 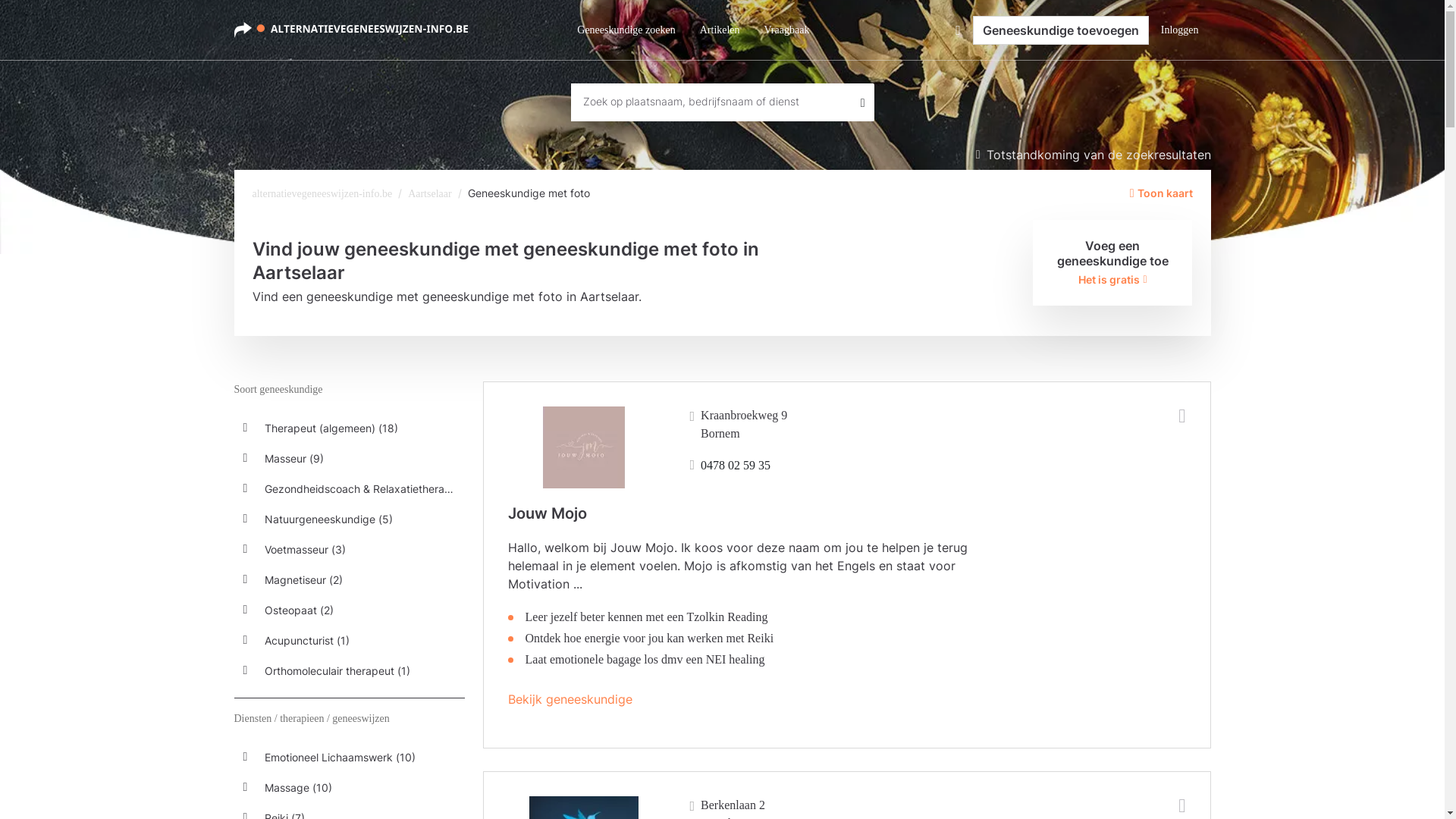 What do you see at coordinates (348, 427) in the screenshot?
I see `'Therapeut (algemeen) (18)'` at bounding box center [348, 427].